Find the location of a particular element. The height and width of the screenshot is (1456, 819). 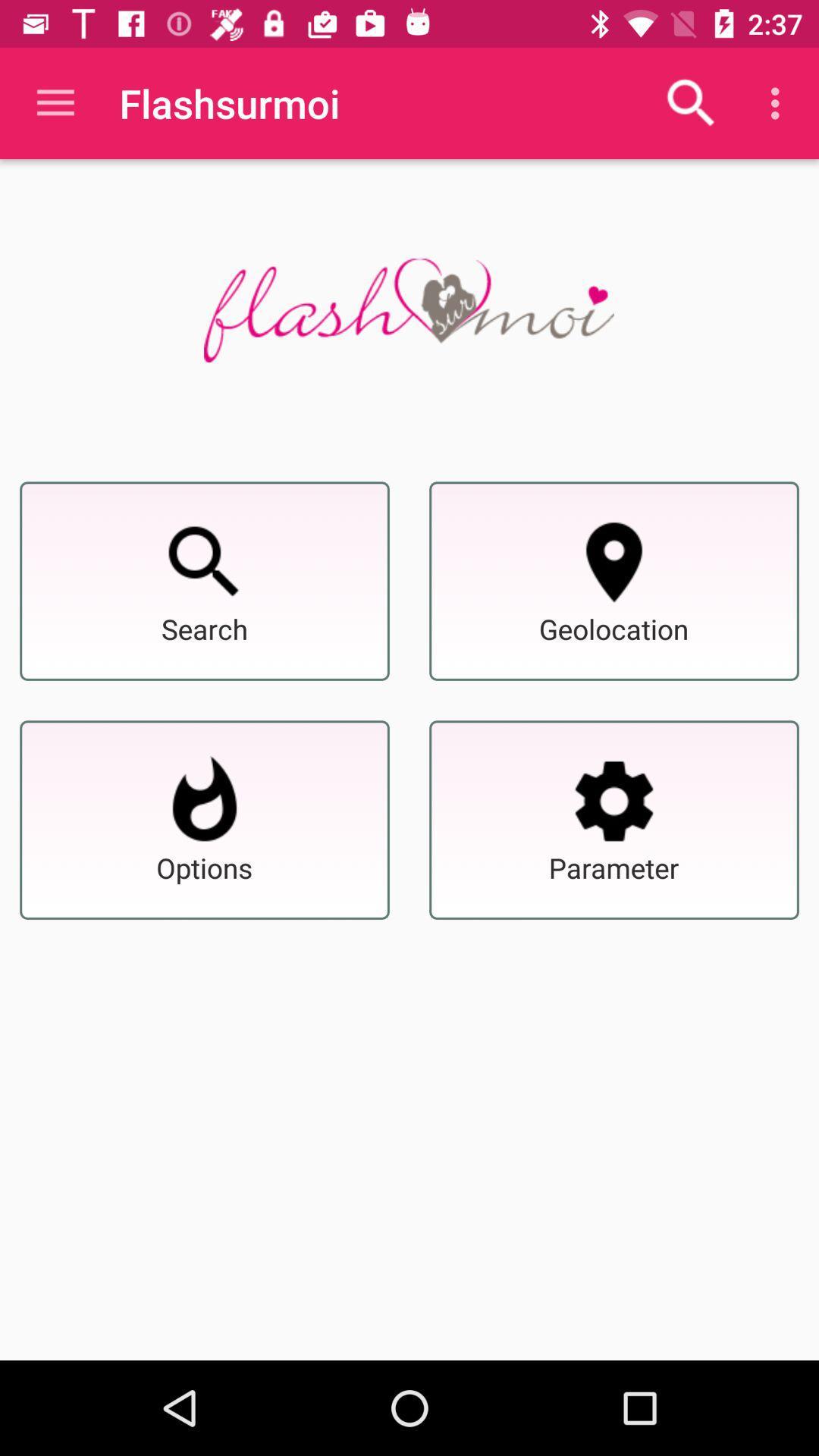

geolocation is located at coordinates (614, 561).